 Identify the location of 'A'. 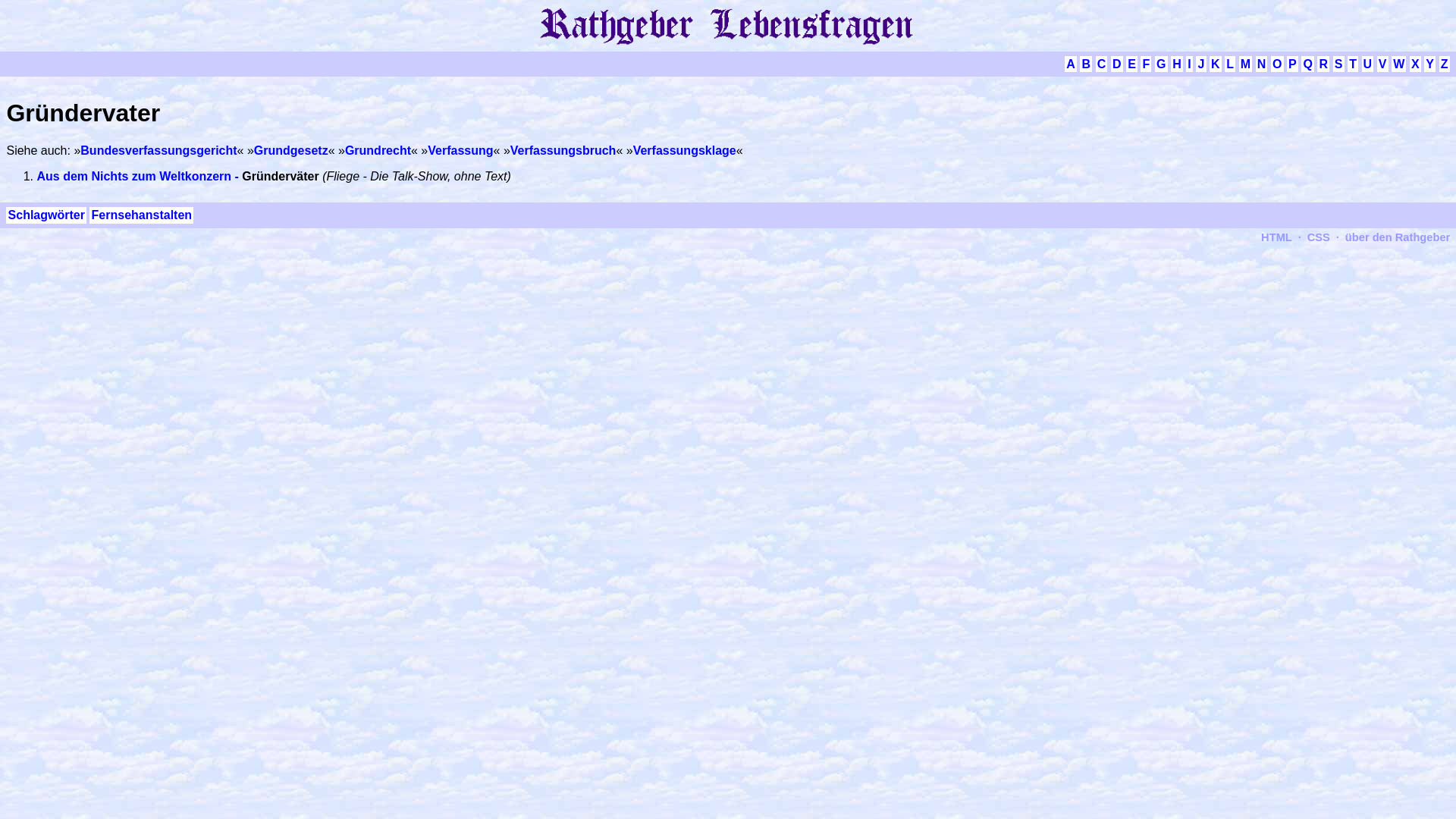
(1063, 63).